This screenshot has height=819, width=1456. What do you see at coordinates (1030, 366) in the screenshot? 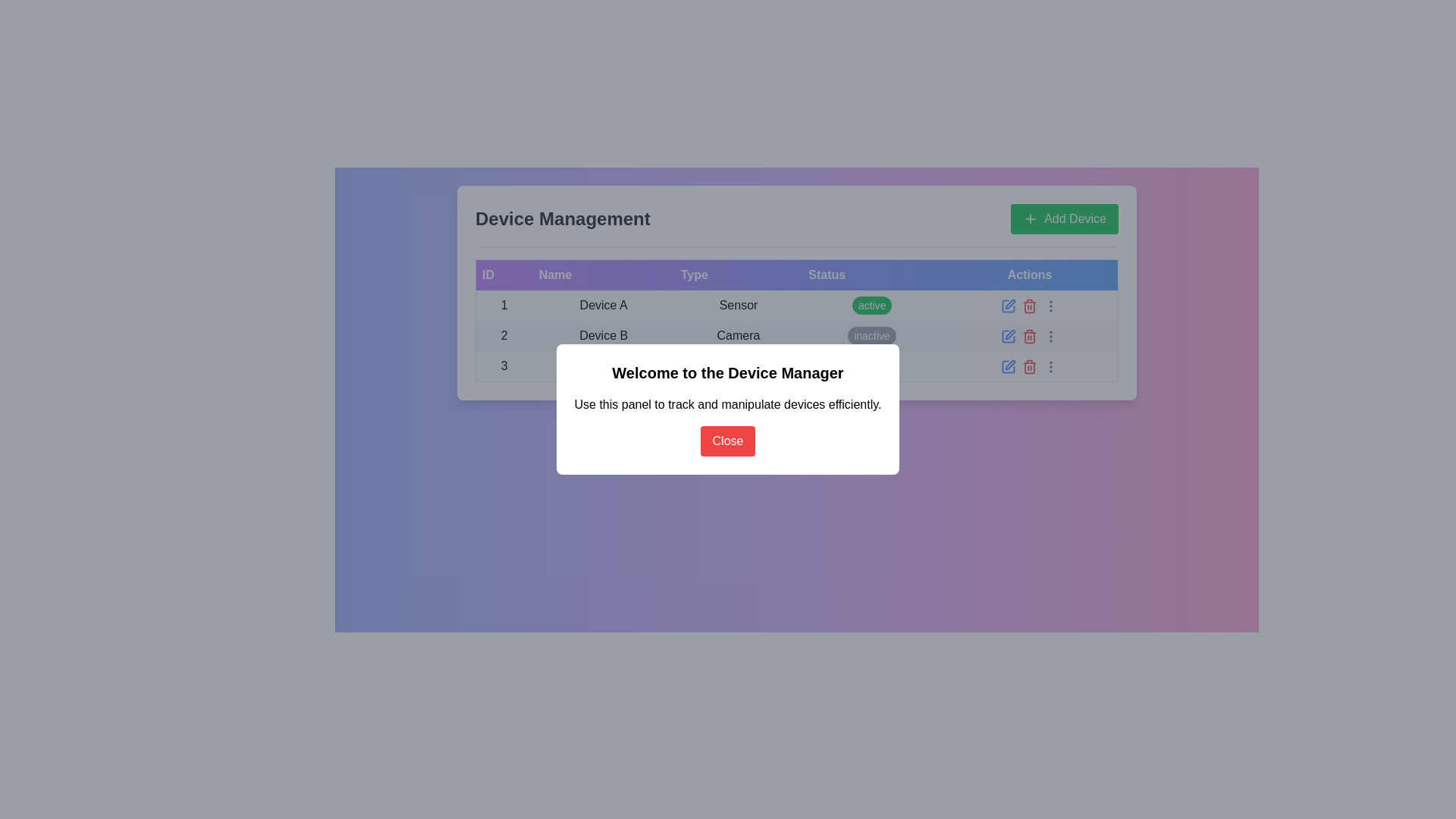
I see `the delete icon button located in the third row of the 'Actions' column in the table` at bounding box center [1030, 366].